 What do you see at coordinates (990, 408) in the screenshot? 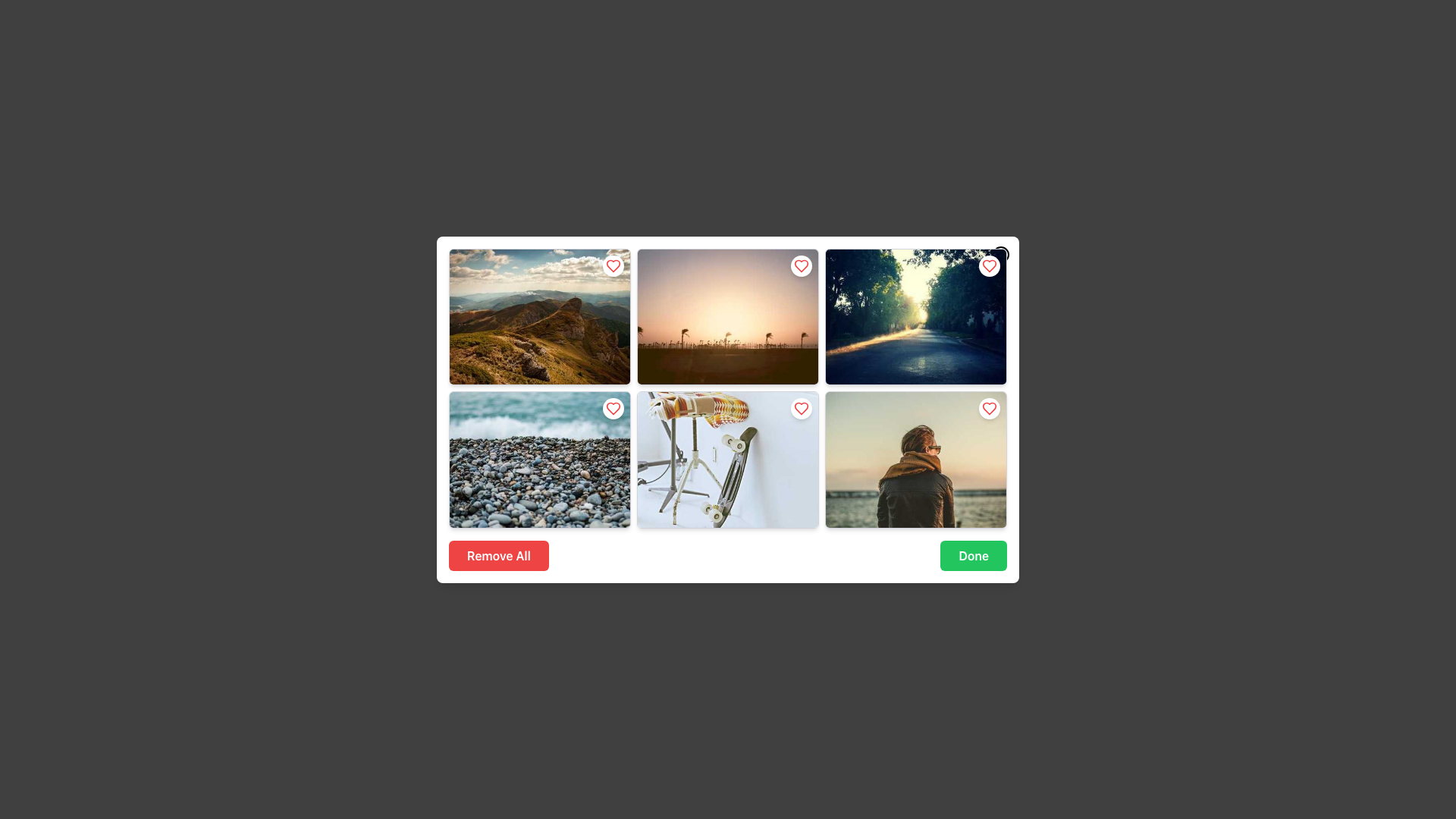
I see `the heart icon located at the top right corner of the third image in the top row of the grid layout, which serves as a state indicator for liking or favoriting the associated image` at bounding box center [990, 408].